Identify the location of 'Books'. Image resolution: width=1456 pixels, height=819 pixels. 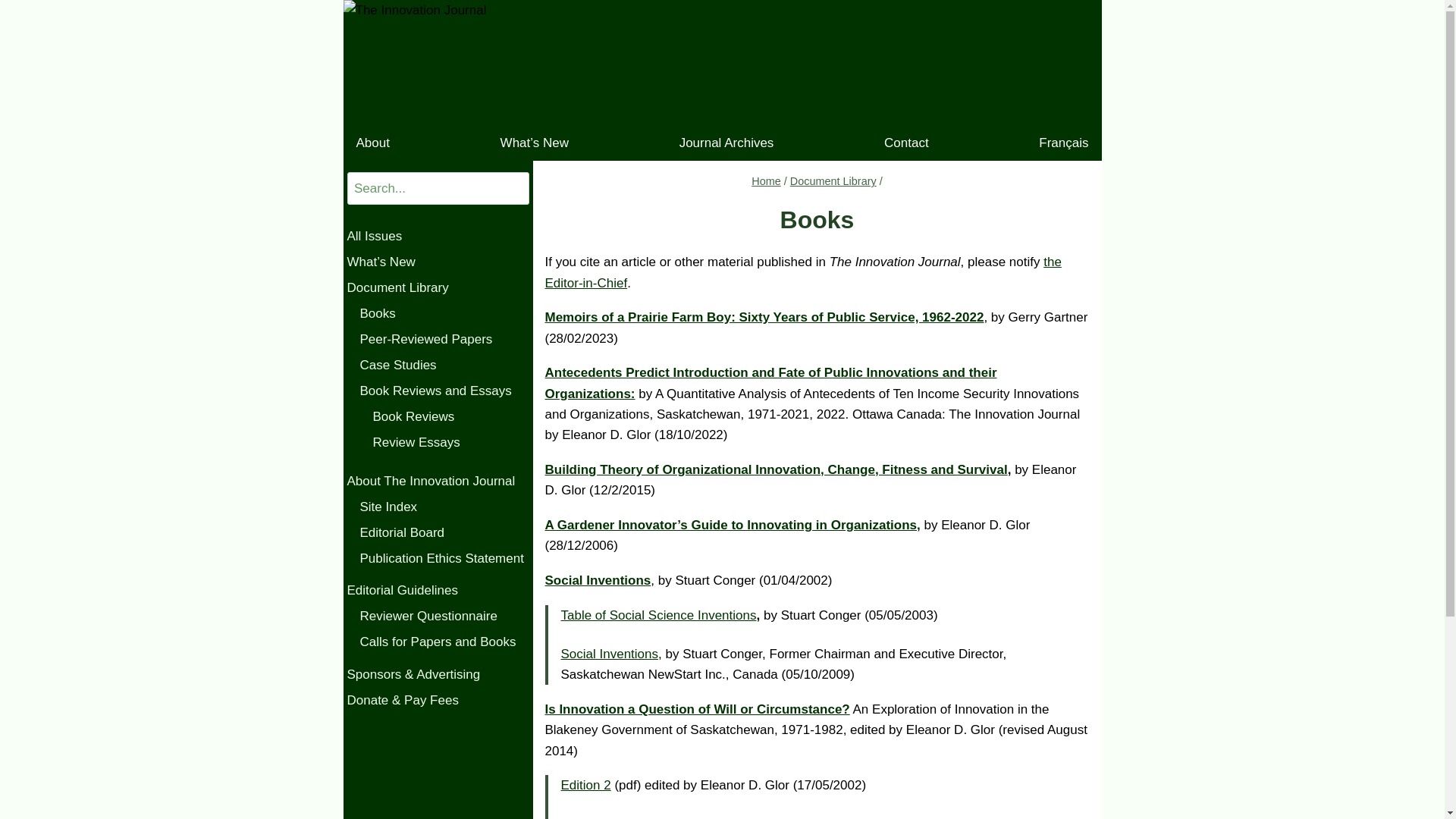
(443, 312).